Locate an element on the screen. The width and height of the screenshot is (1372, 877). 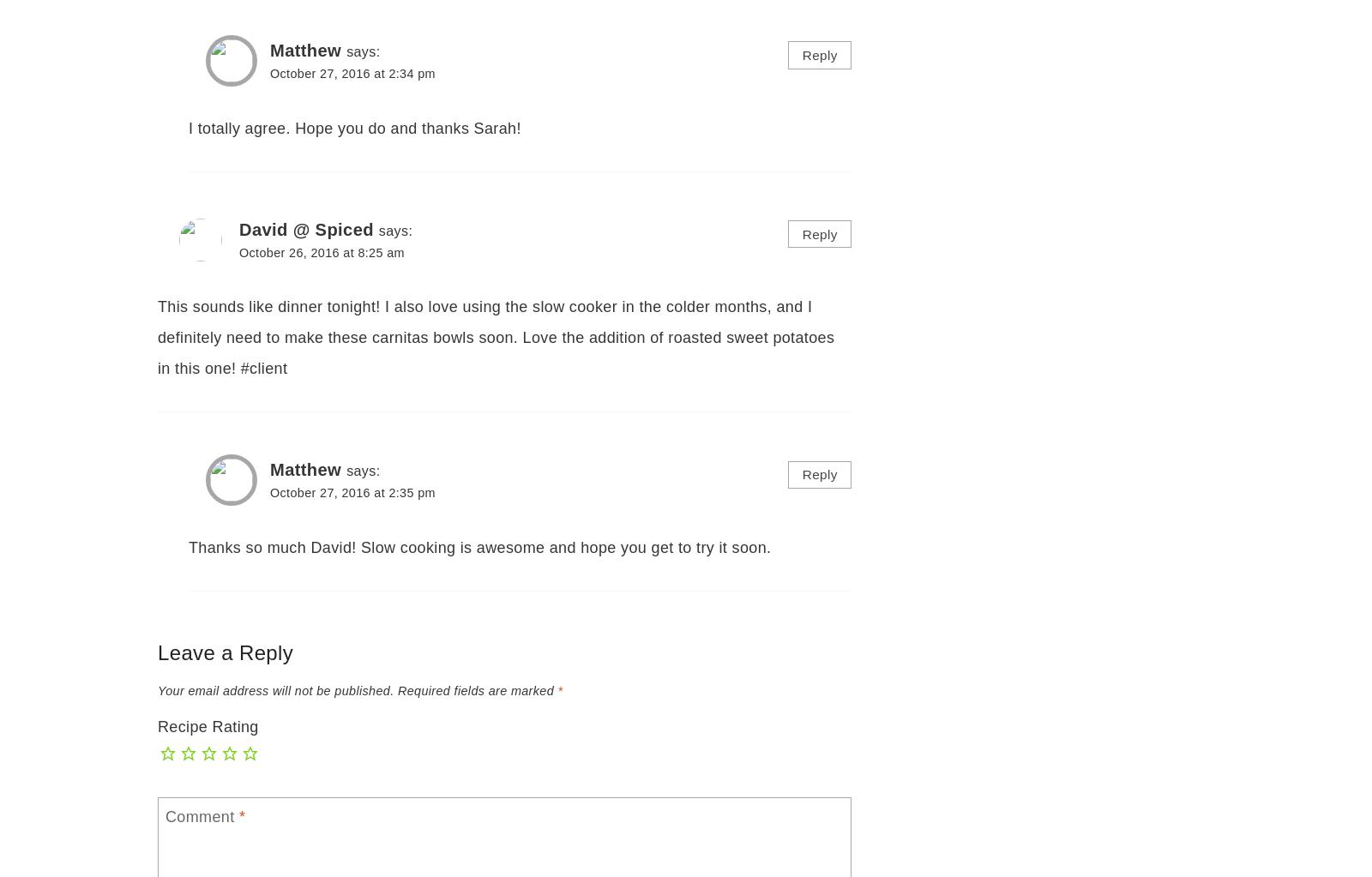
'Leave a Reply' is located at coordinates (157, 651).